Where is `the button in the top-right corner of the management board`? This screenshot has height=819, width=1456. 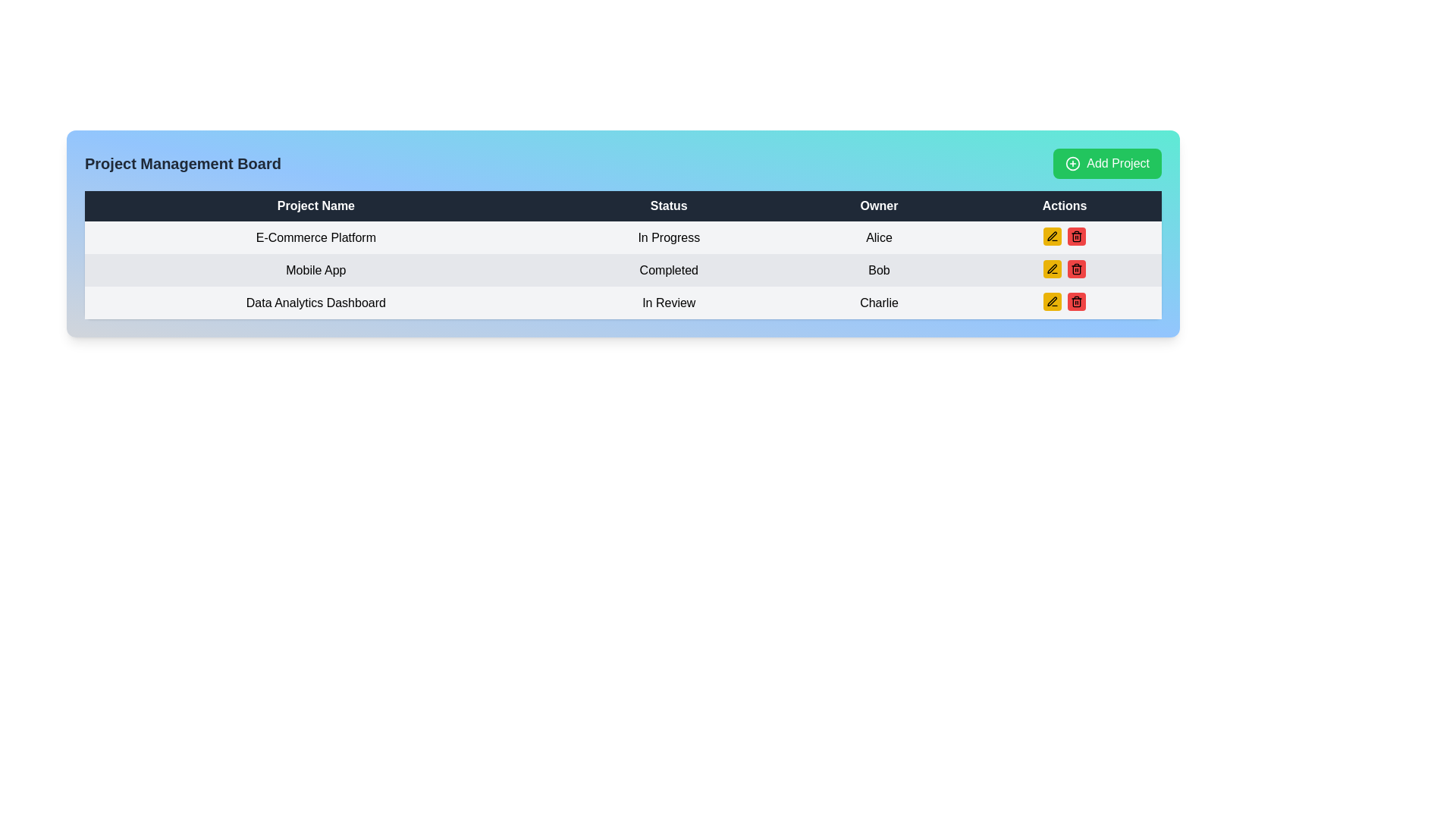
the button in the top-right corner of the management board is located at coordinates (1106, 164).